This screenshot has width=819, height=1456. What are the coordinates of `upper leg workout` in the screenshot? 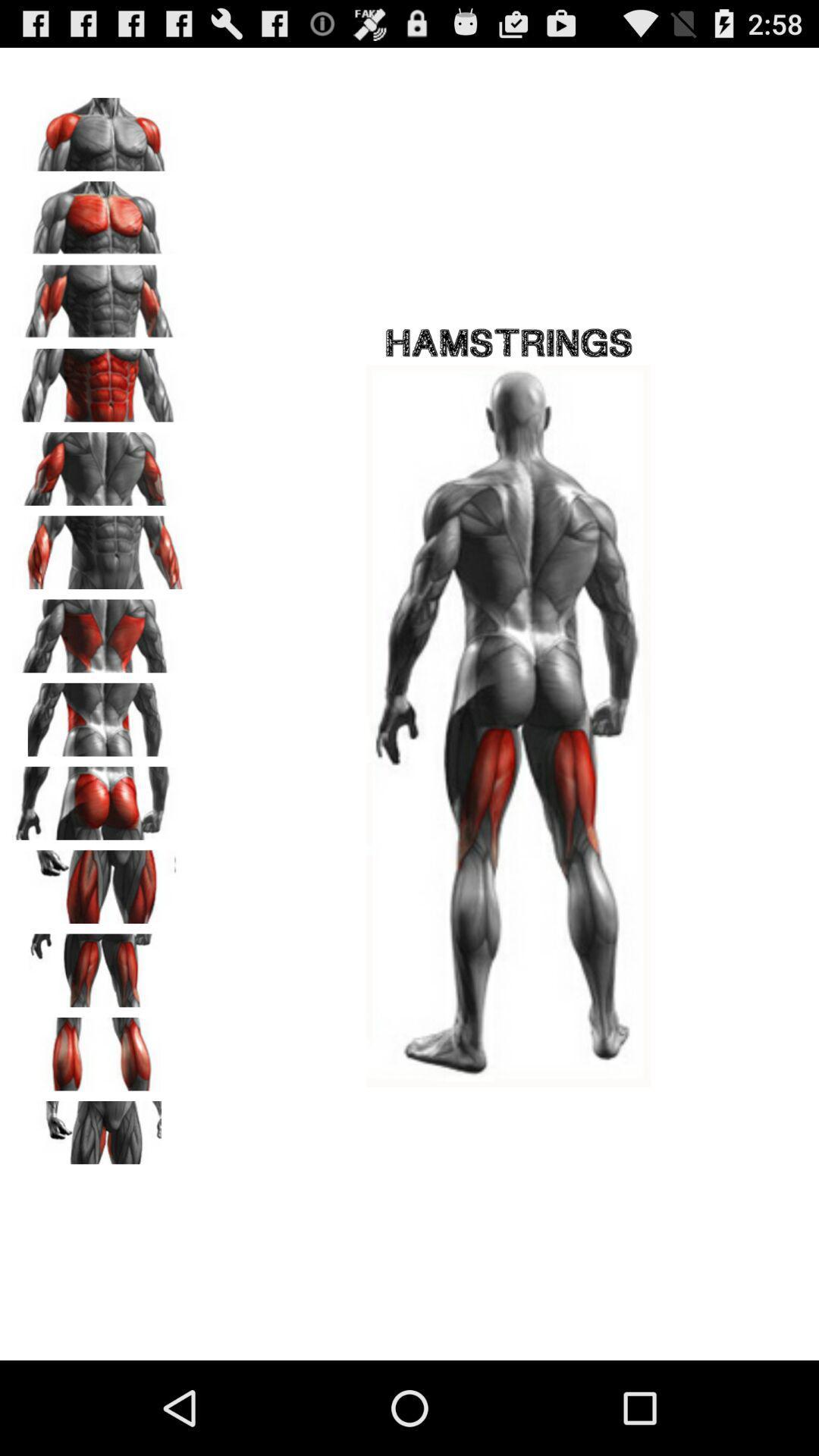 It's located at (99, 881).